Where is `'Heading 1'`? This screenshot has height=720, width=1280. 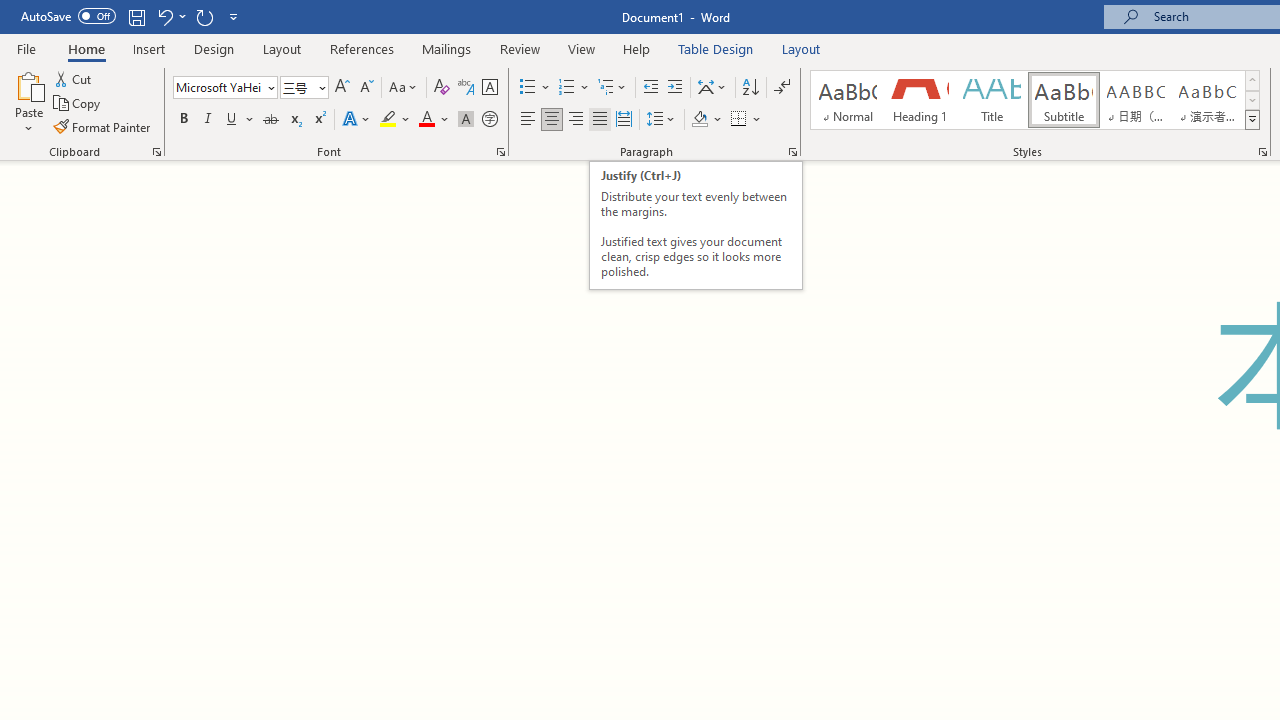
'Heading 1' is located at coordinates (919, 100).